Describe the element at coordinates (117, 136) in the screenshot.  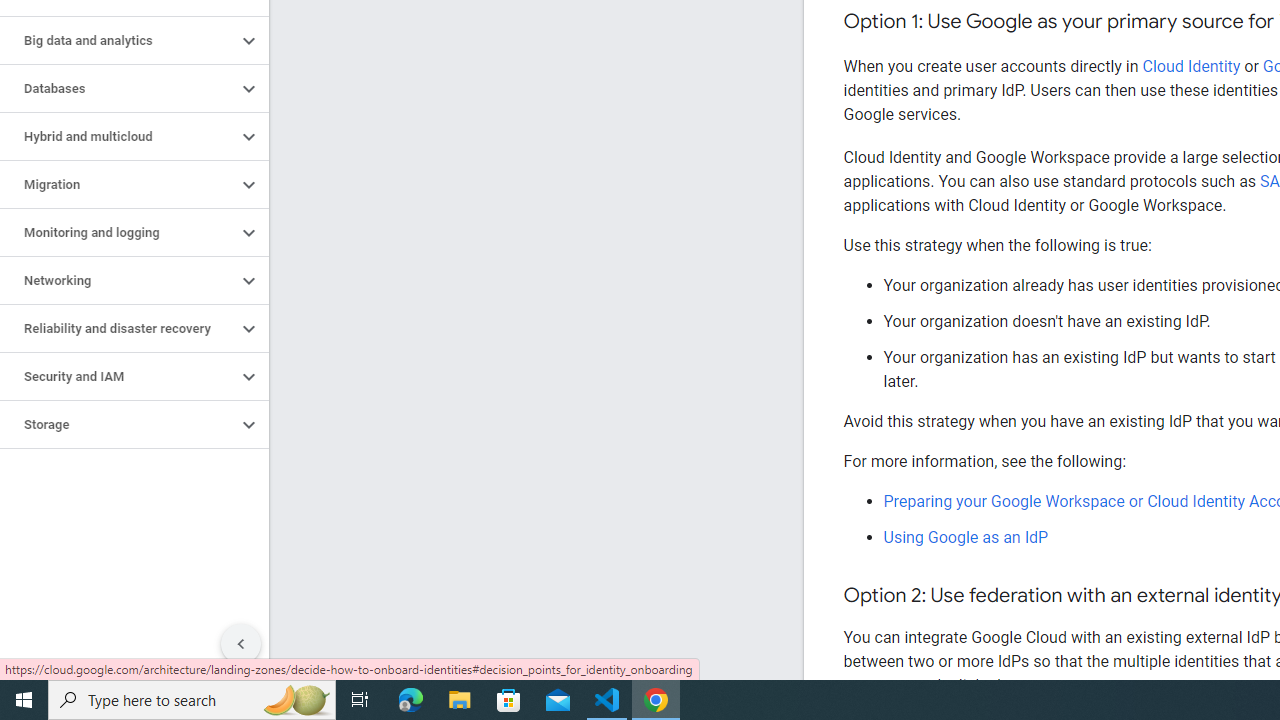
I see `'Hybrid and multicloud'` at that location.